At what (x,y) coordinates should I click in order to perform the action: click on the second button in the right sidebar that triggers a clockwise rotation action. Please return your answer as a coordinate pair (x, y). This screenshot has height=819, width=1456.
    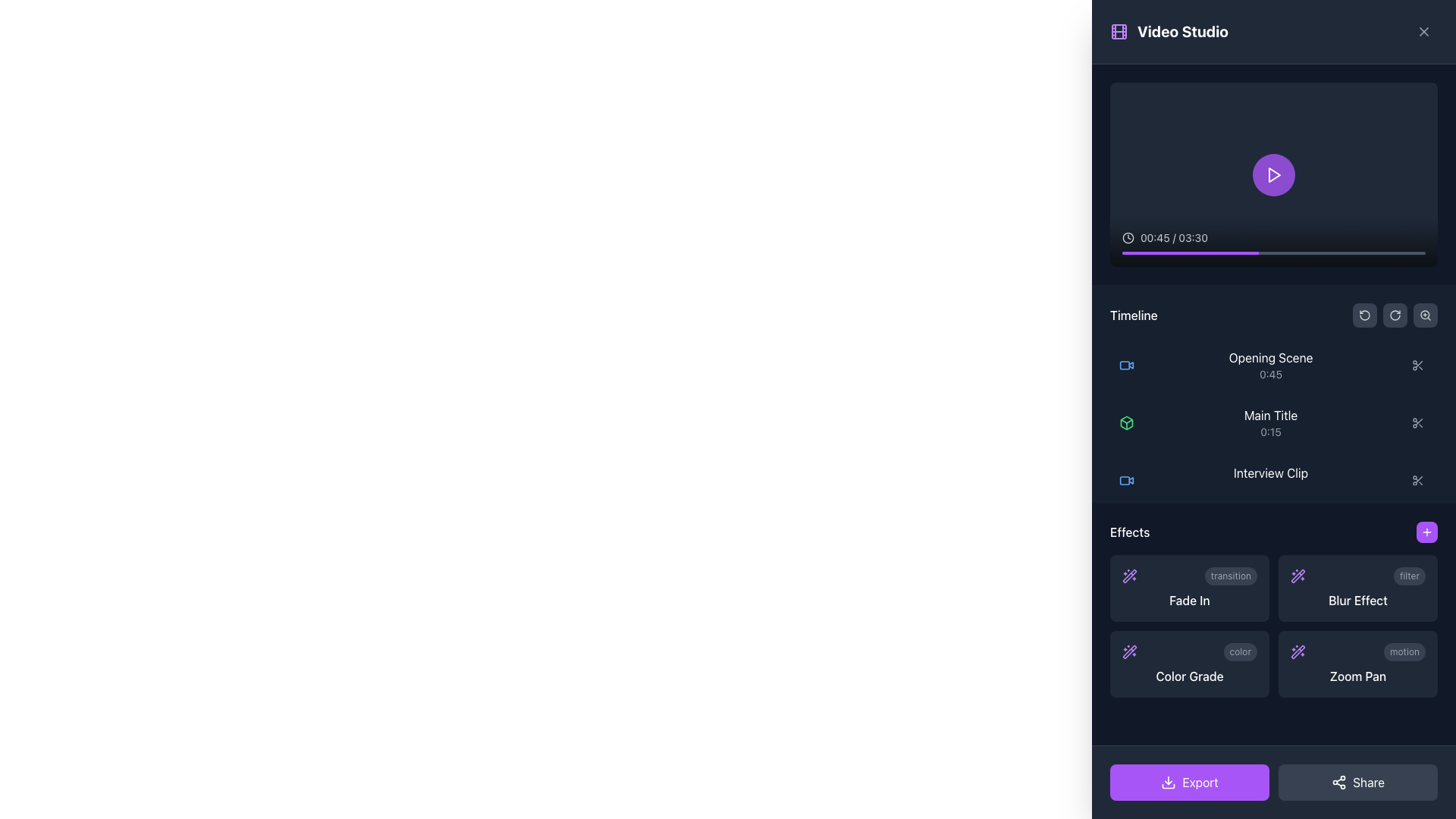
    Looking at the image, I should click on (1395, 315).